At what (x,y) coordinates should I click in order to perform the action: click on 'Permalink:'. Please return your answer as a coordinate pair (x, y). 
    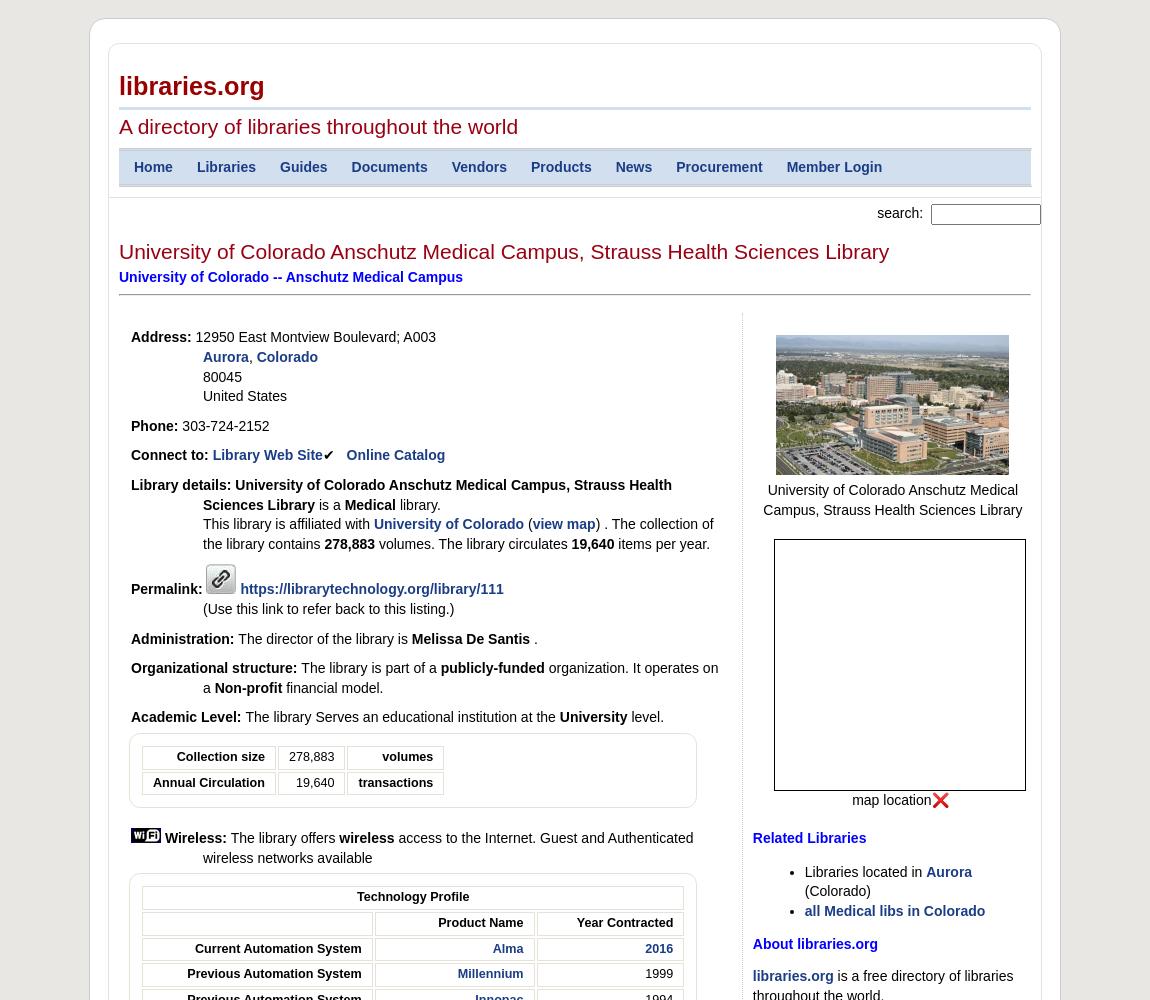
    Looking at the image, I should click on (129, 588).